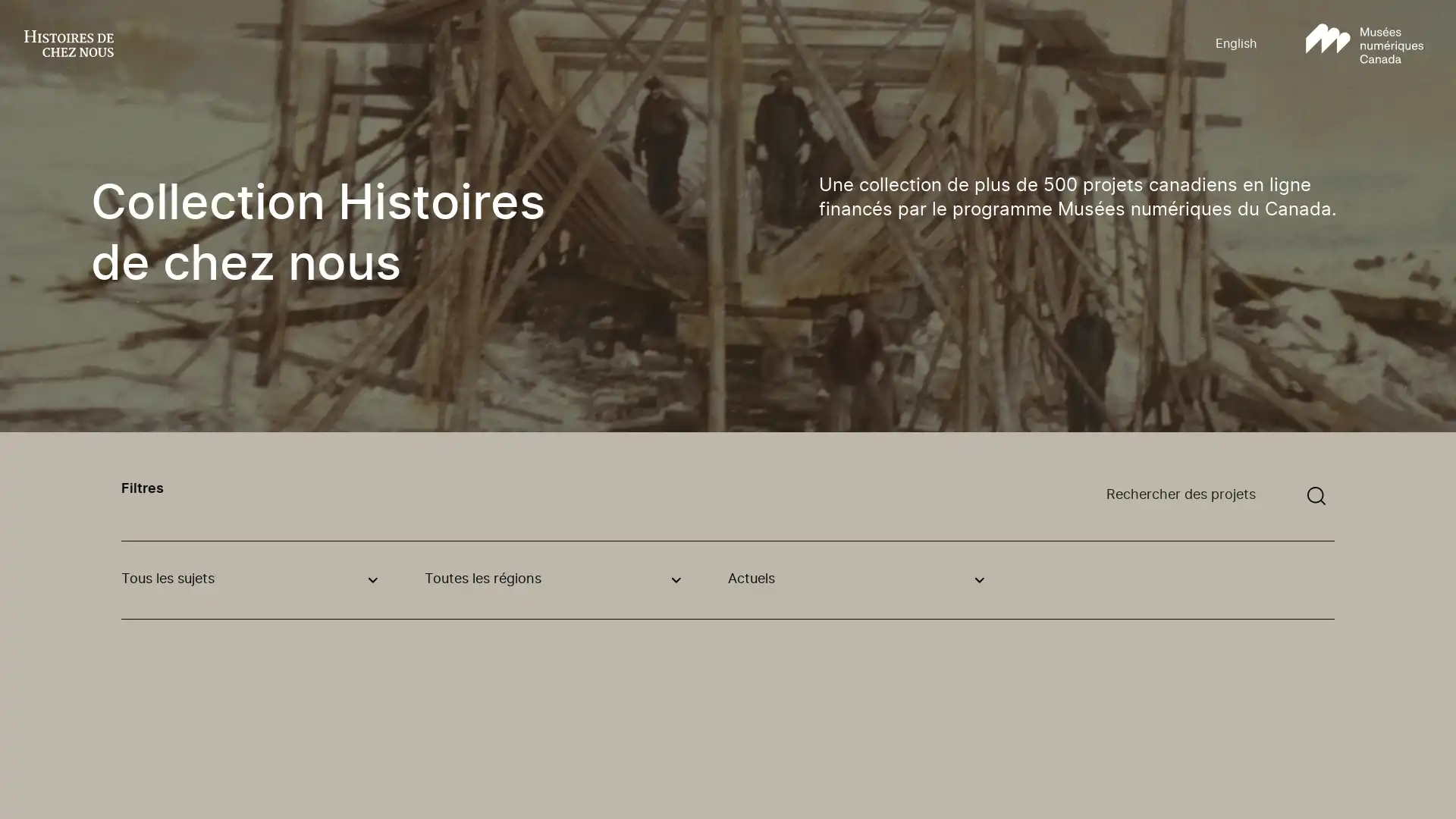 Image resolution: width=1456 pixels, height=819 pixels. What do you see at coordinates (1316, 496) in the screenshot?
I see `Soumettre` at bounding box center [1316, 496].